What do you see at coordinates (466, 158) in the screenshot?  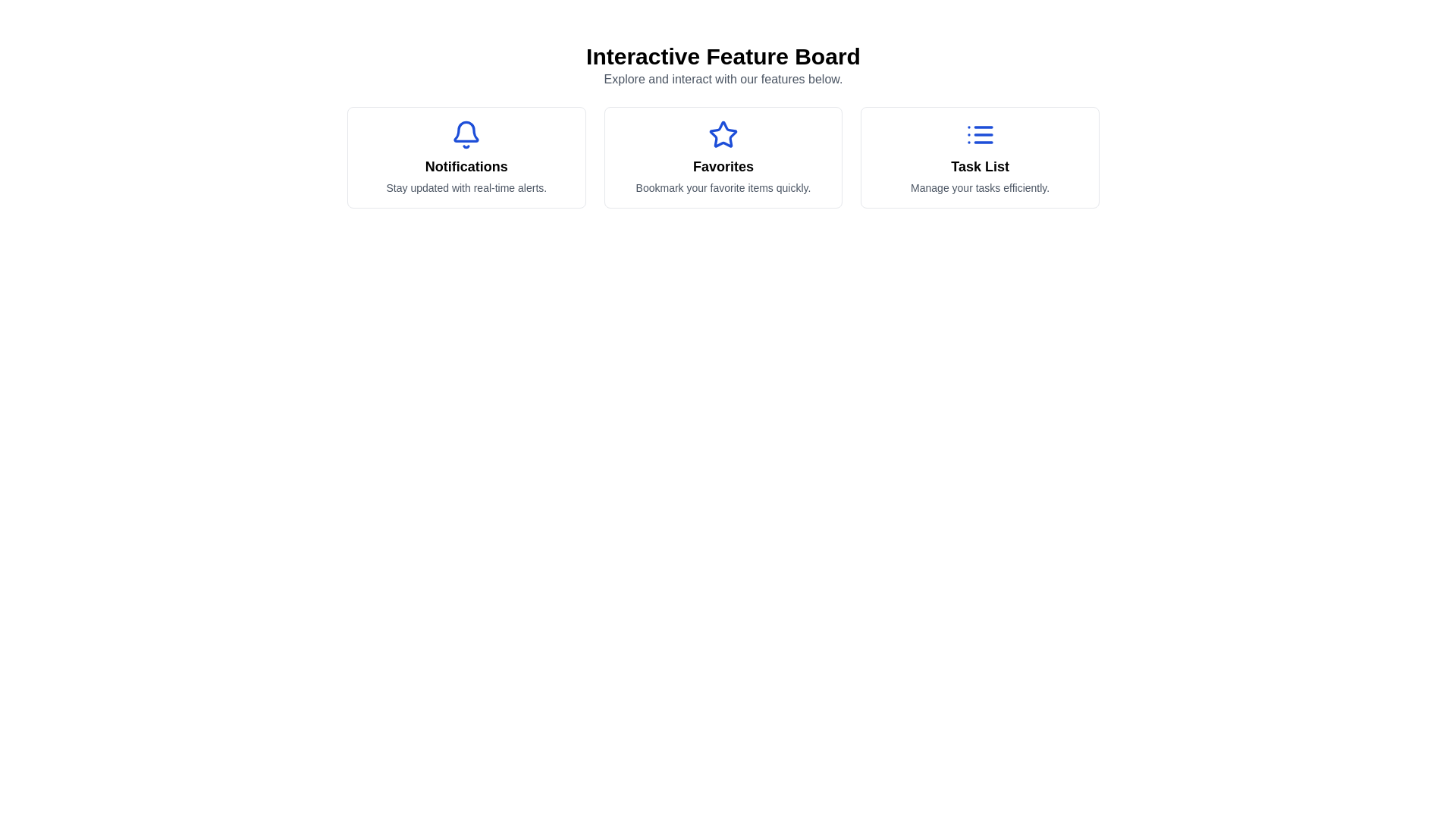 I see `the notifications feature card, which is the leftmost card in a row of three cards within the grid layout` at bounding box center [466, 158].